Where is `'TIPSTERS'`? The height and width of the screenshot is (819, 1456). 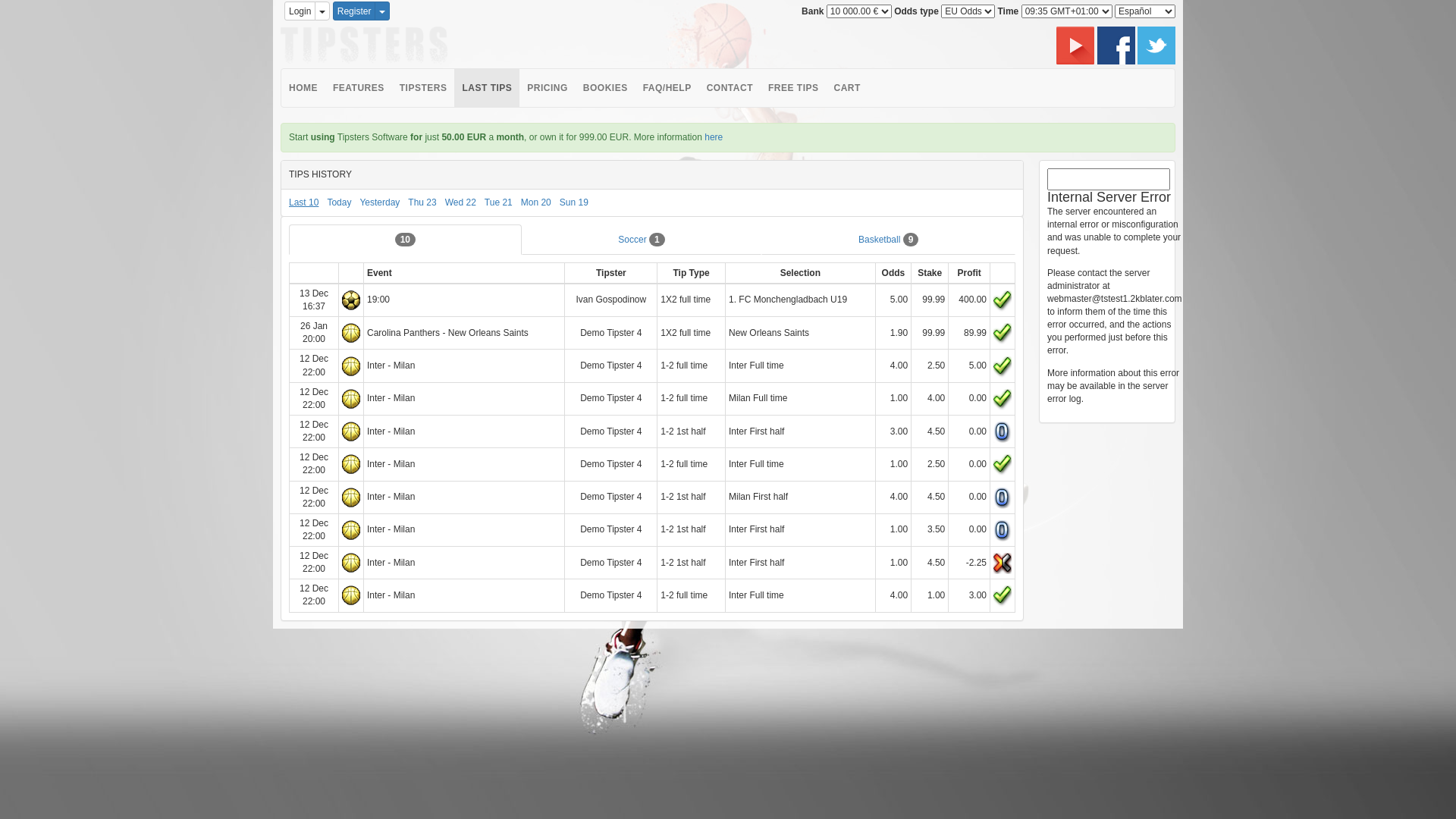 'TIPSTERS' is located at coordinates (392, 87).